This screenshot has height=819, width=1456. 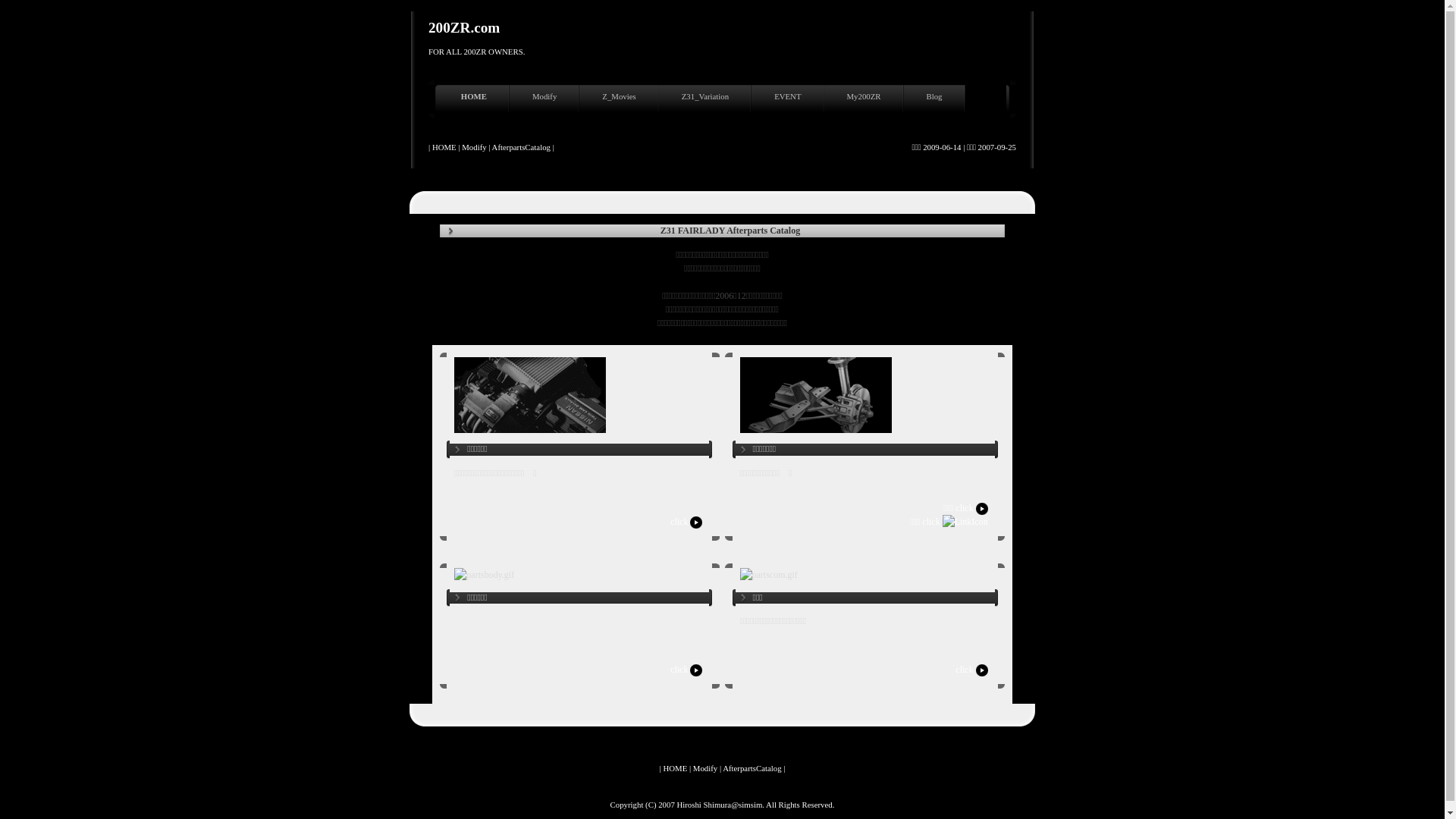 What do you see at coordinates (620, 99) in the screenshot?
I see `'Z_Movies'` at bounding box center [620, 99].